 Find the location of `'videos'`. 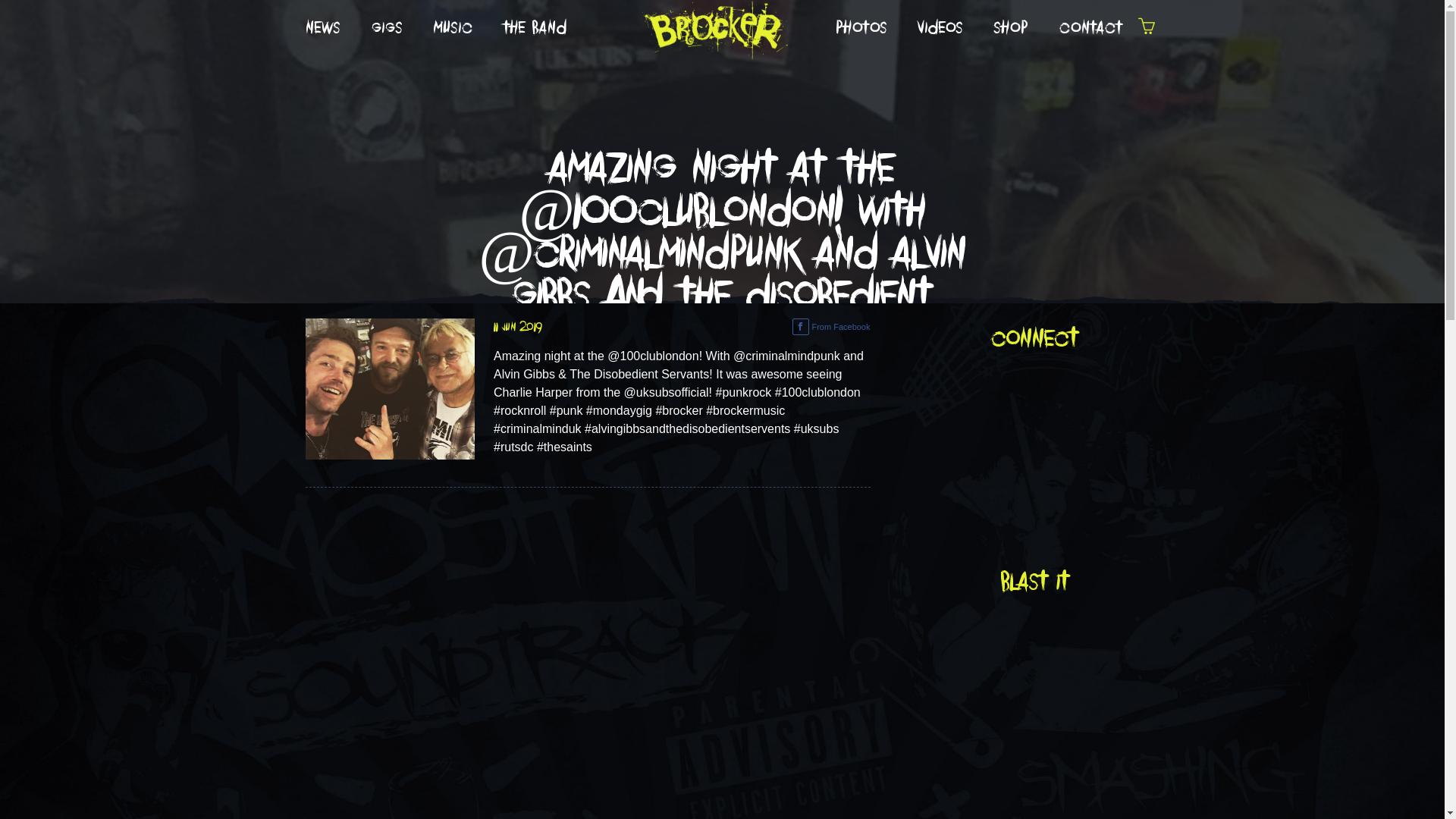

'videos' is located at coordinates (902, 28).